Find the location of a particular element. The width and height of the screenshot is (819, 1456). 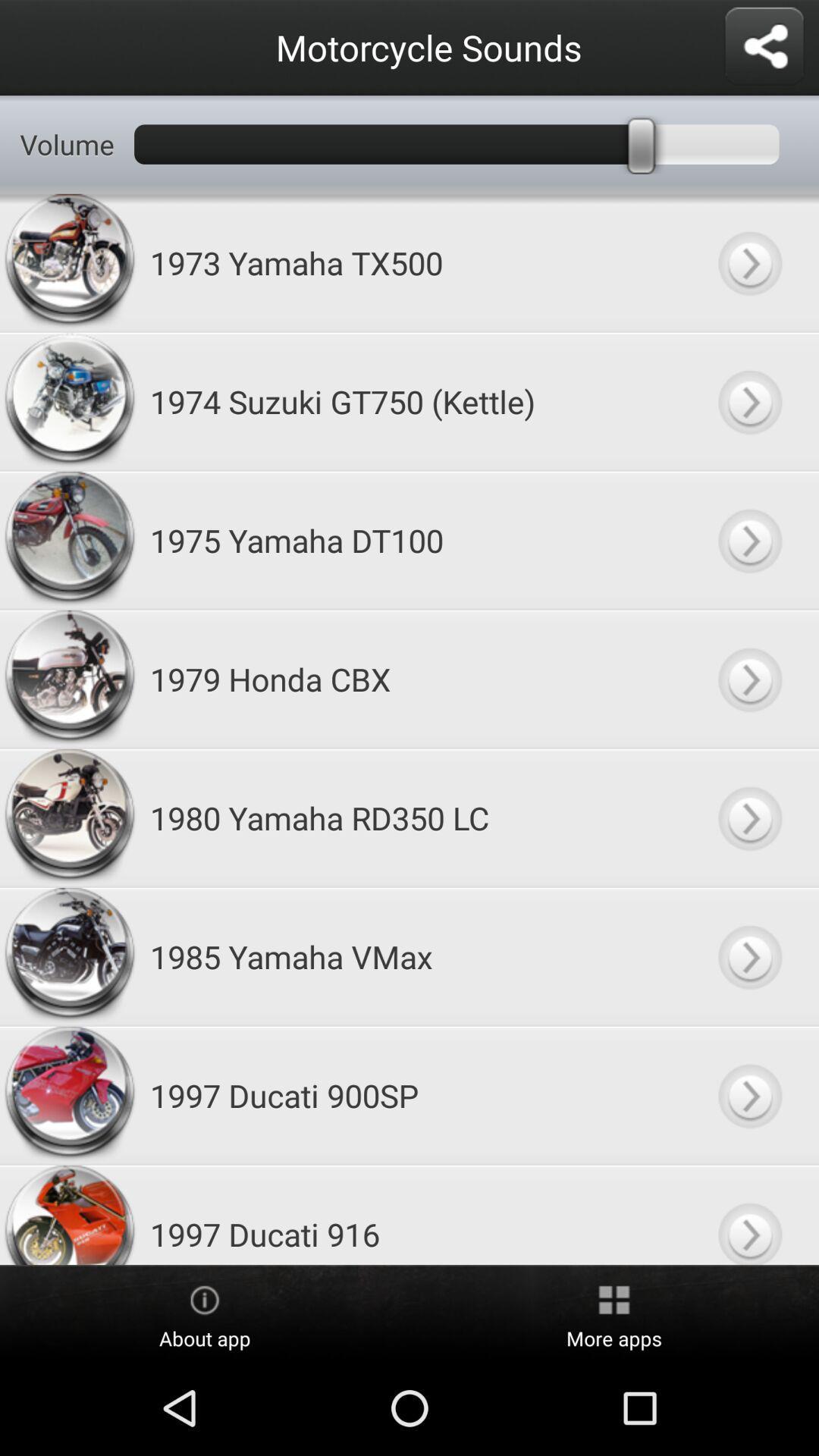

widgets is located at coordinates (764, 47).